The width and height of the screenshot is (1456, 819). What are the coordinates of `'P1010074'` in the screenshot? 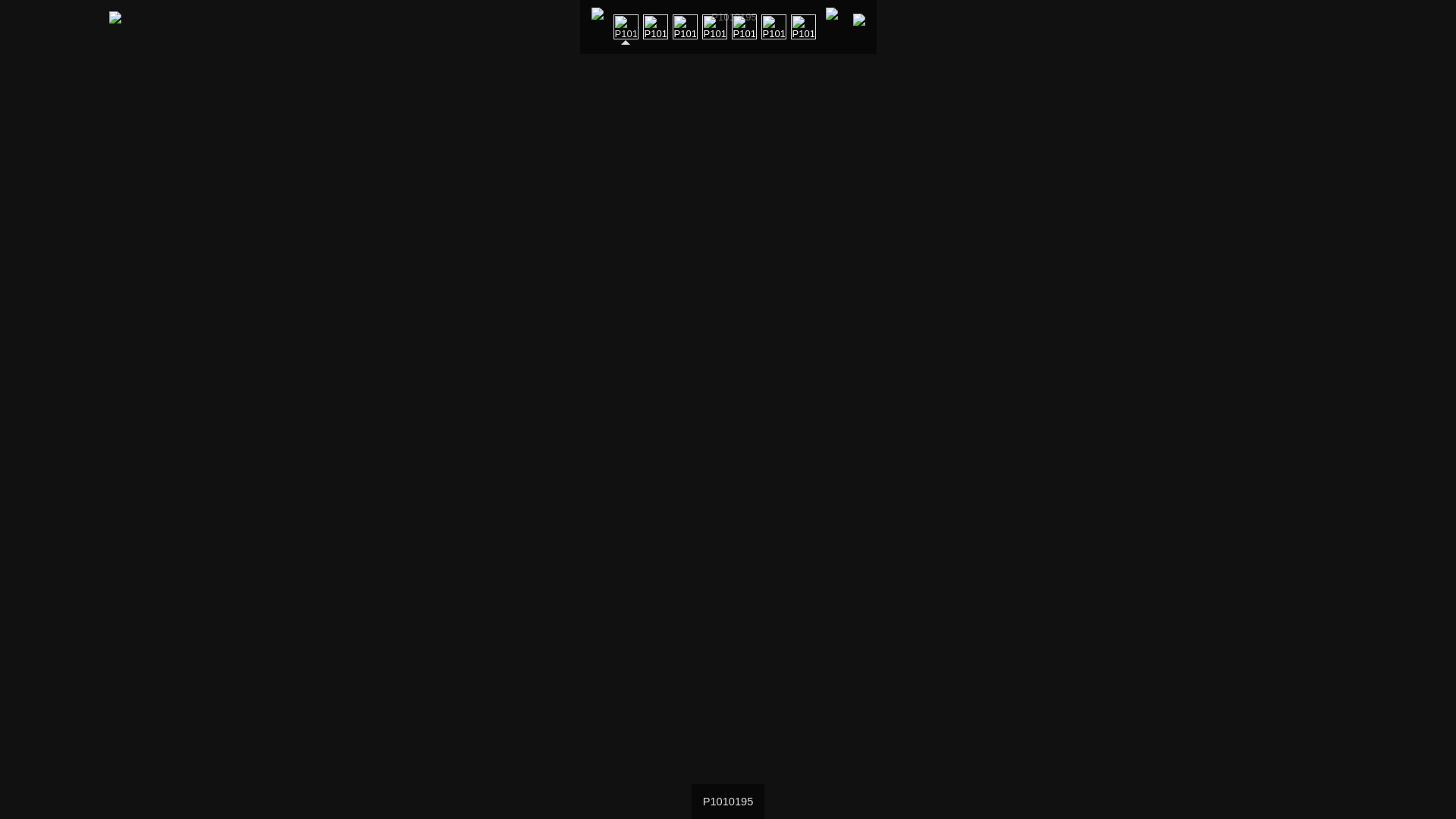 It's located at (683, 27).